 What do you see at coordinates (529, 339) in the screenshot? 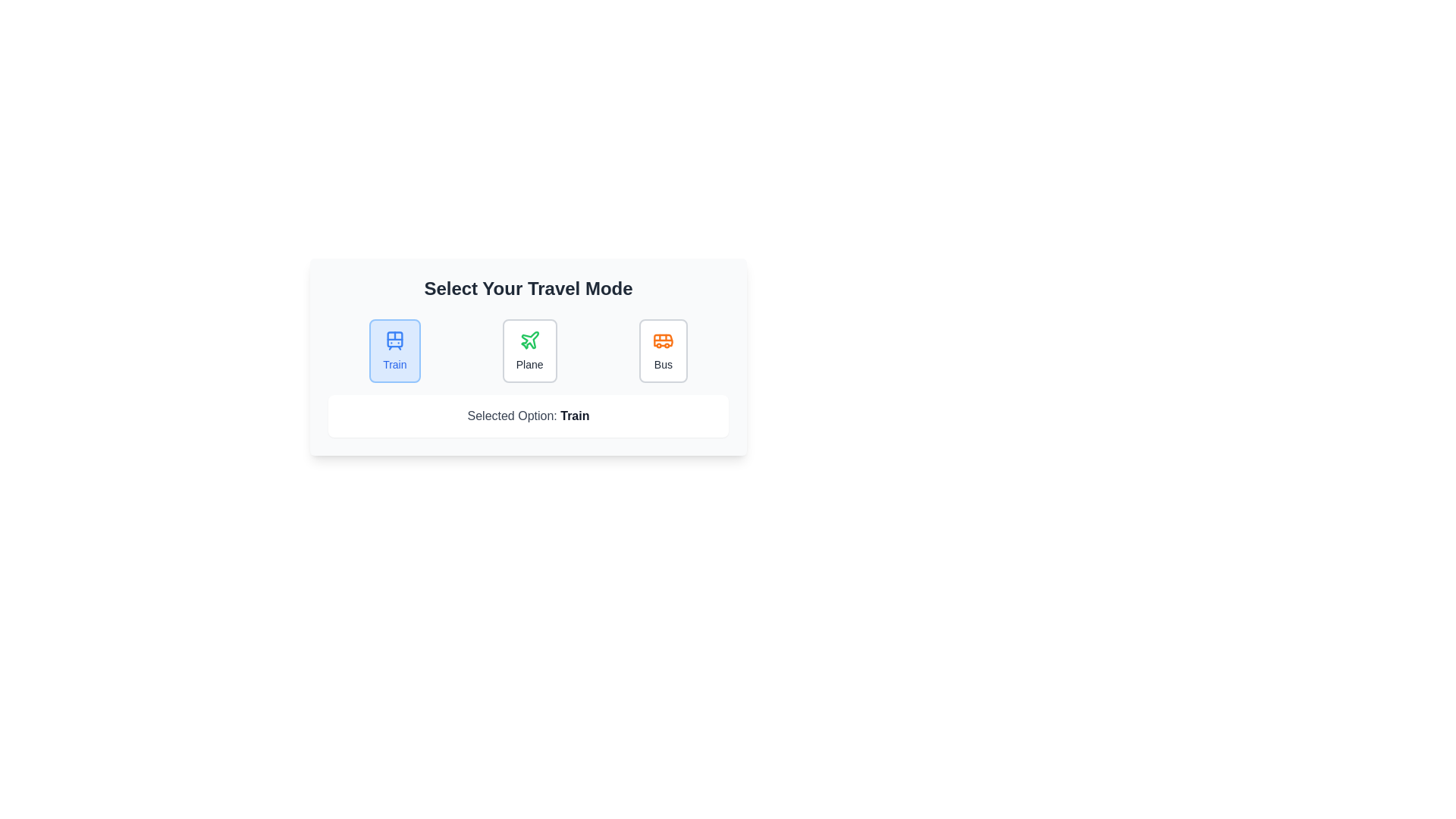
I see `the green-colored plane icon that represents the travel mode labeled 'Plane' in the 'Select Your Travel Mode' interface` at bounding box center [529, 339].